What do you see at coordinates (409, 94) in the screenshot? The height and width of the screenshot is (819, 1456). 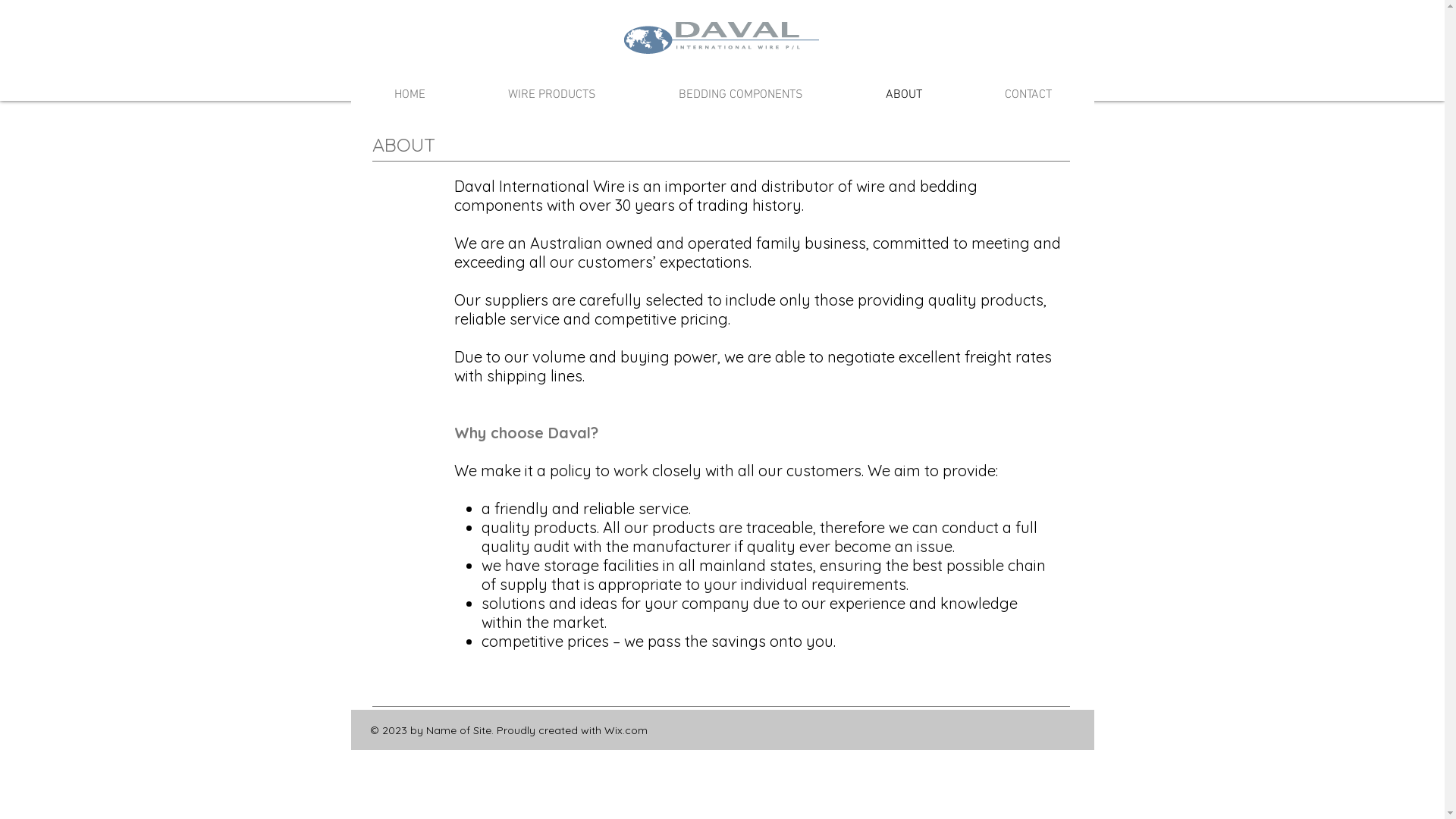 I see `'HOME'` at bounding box center [409, 94].